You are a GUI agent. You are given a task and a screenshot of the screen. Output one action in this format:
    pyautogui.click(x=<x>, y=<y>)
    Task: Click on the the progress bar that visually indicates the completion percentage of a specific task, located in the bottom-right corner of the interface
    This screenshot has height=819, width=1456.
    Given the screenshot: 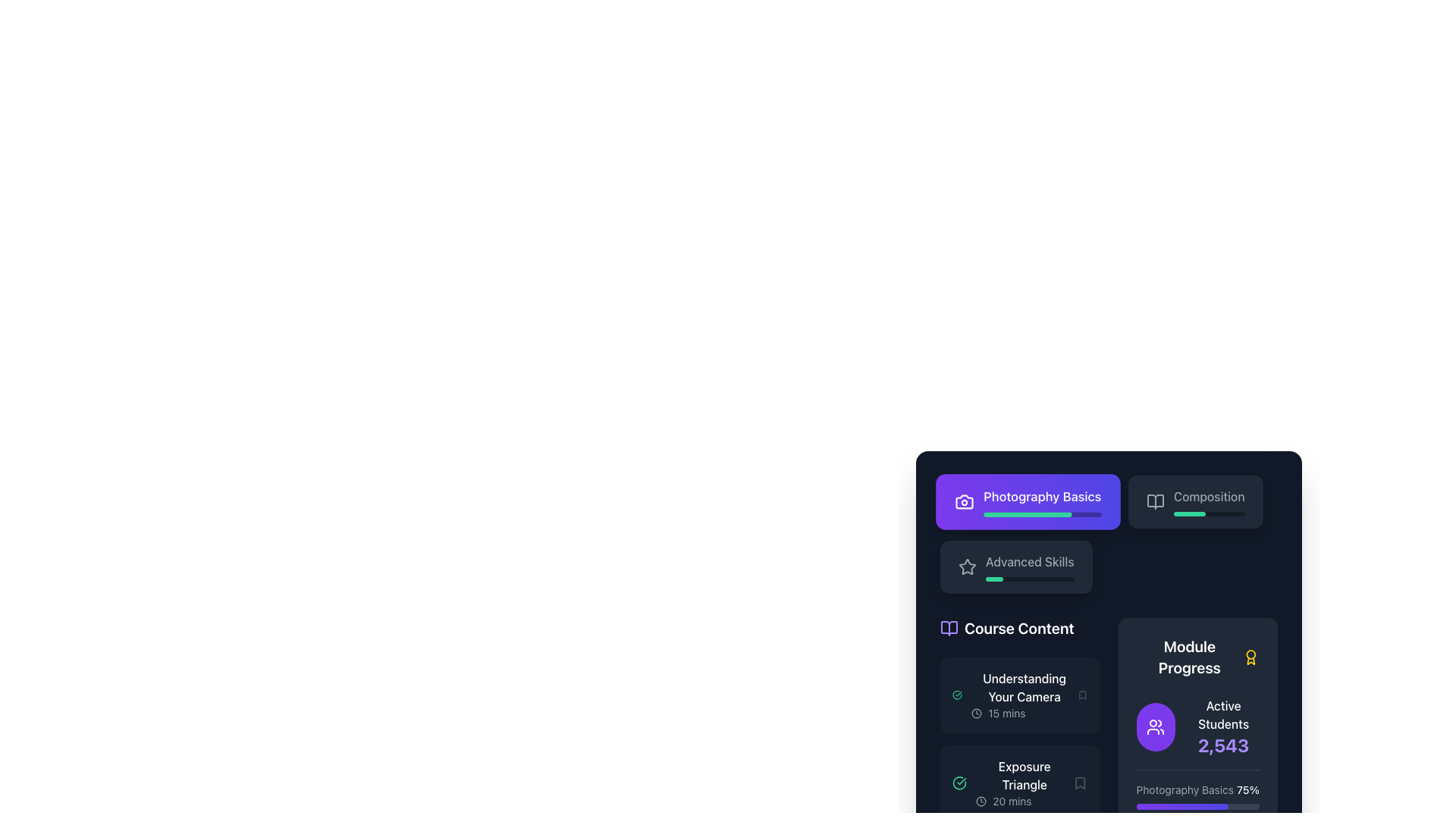 What is the action you would take?
    pyautogui.click(x=1188, y=513)
    